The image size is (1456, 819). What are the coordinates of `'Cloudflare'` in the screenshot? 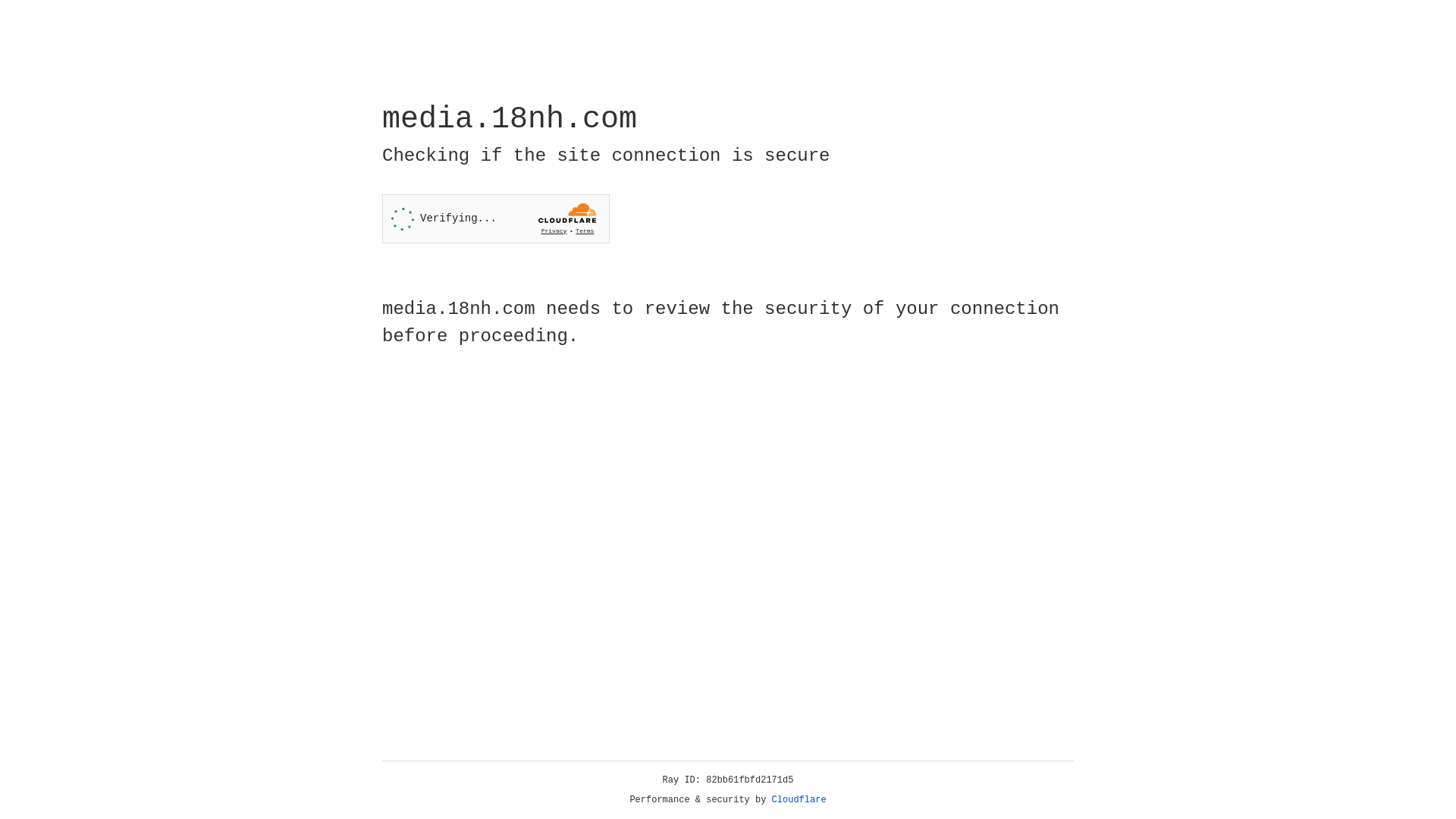 It's located at (799, 799).